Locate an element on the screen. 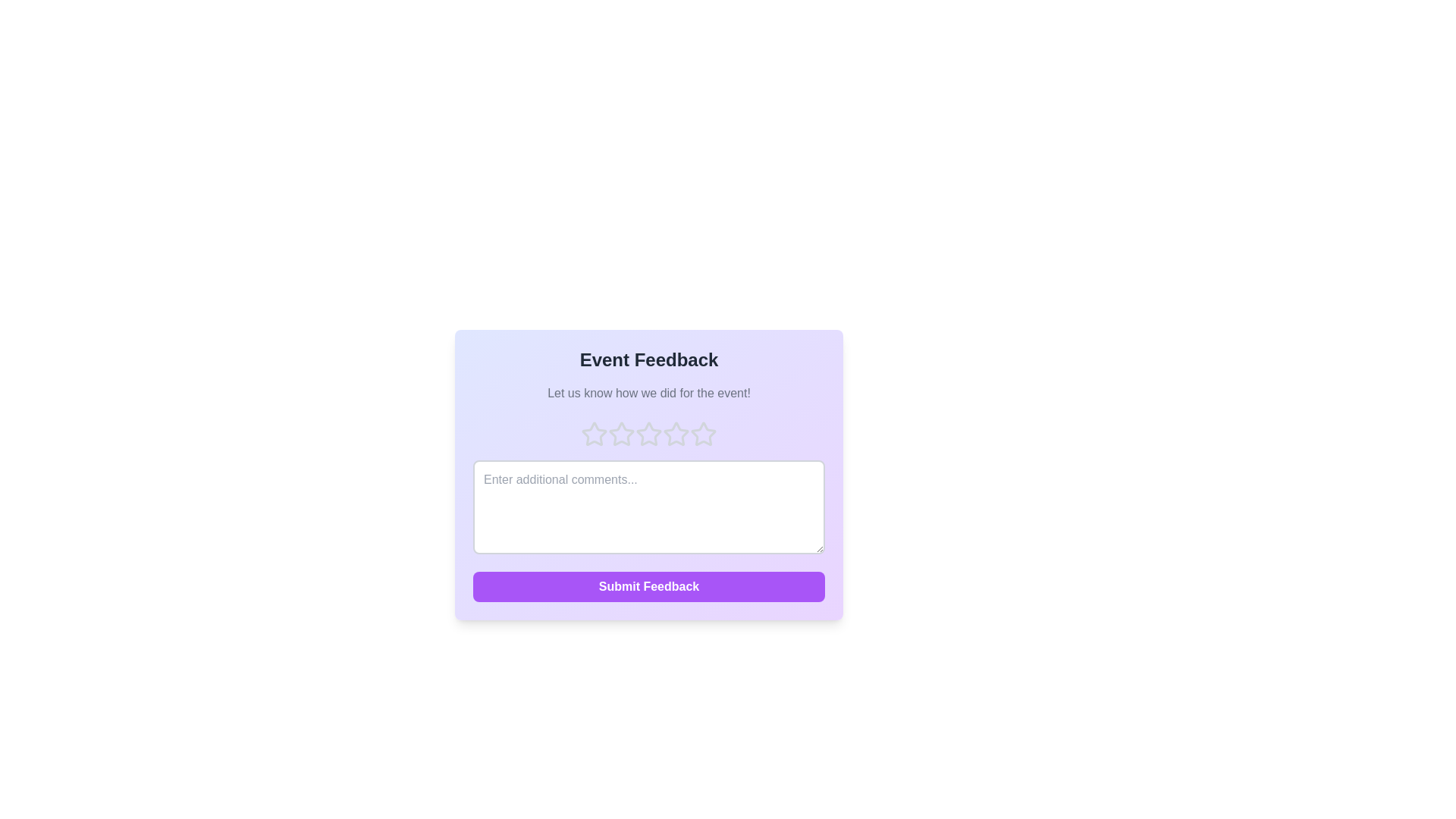 The height and width of the screenshot is (819, 1456). the first star icon is located at coordinates (593, 435).